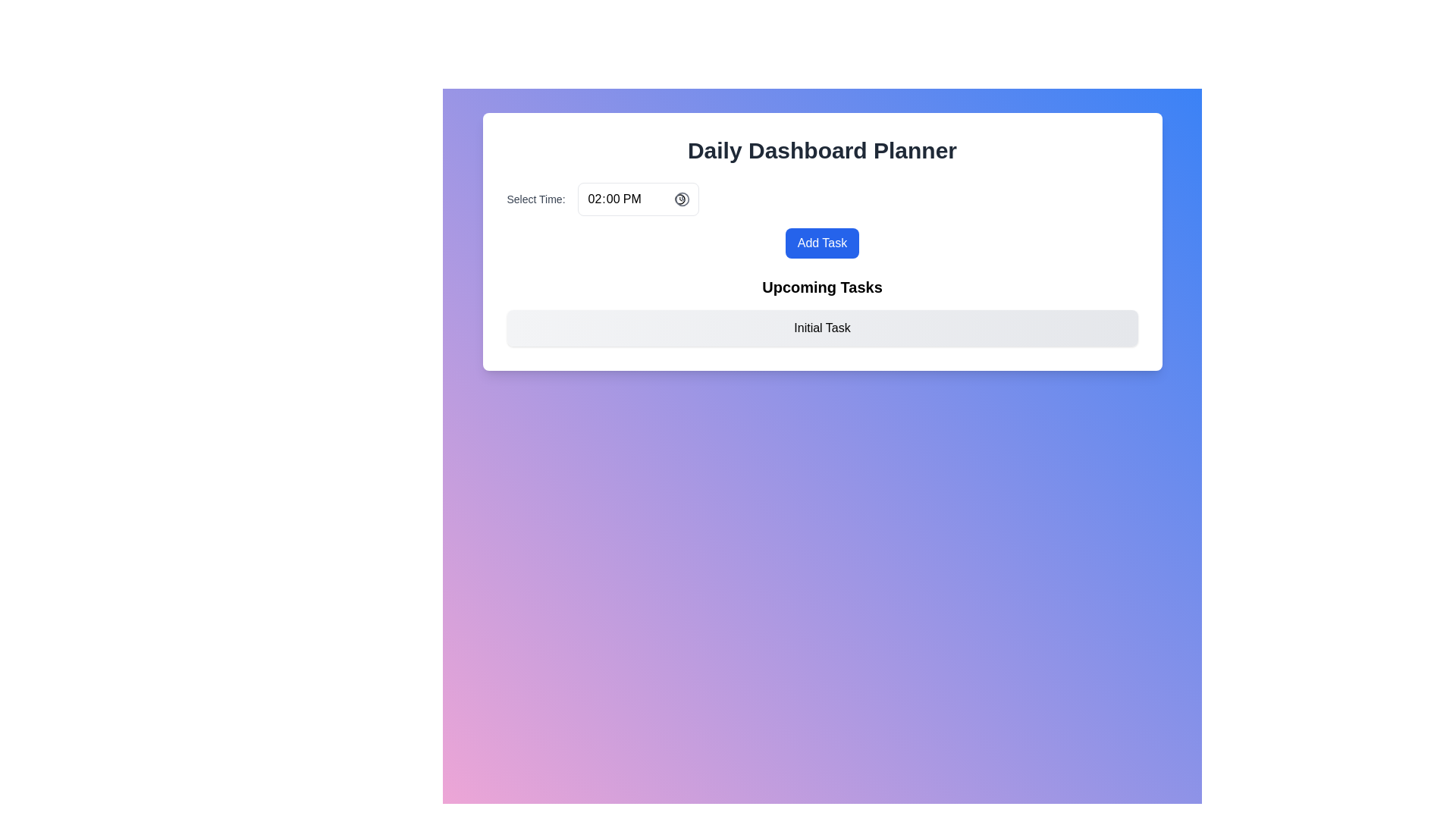  I want to click on the header text label located at the top-central part of the interface, which categorizes the upcoming tasks section, so click(821, 287).